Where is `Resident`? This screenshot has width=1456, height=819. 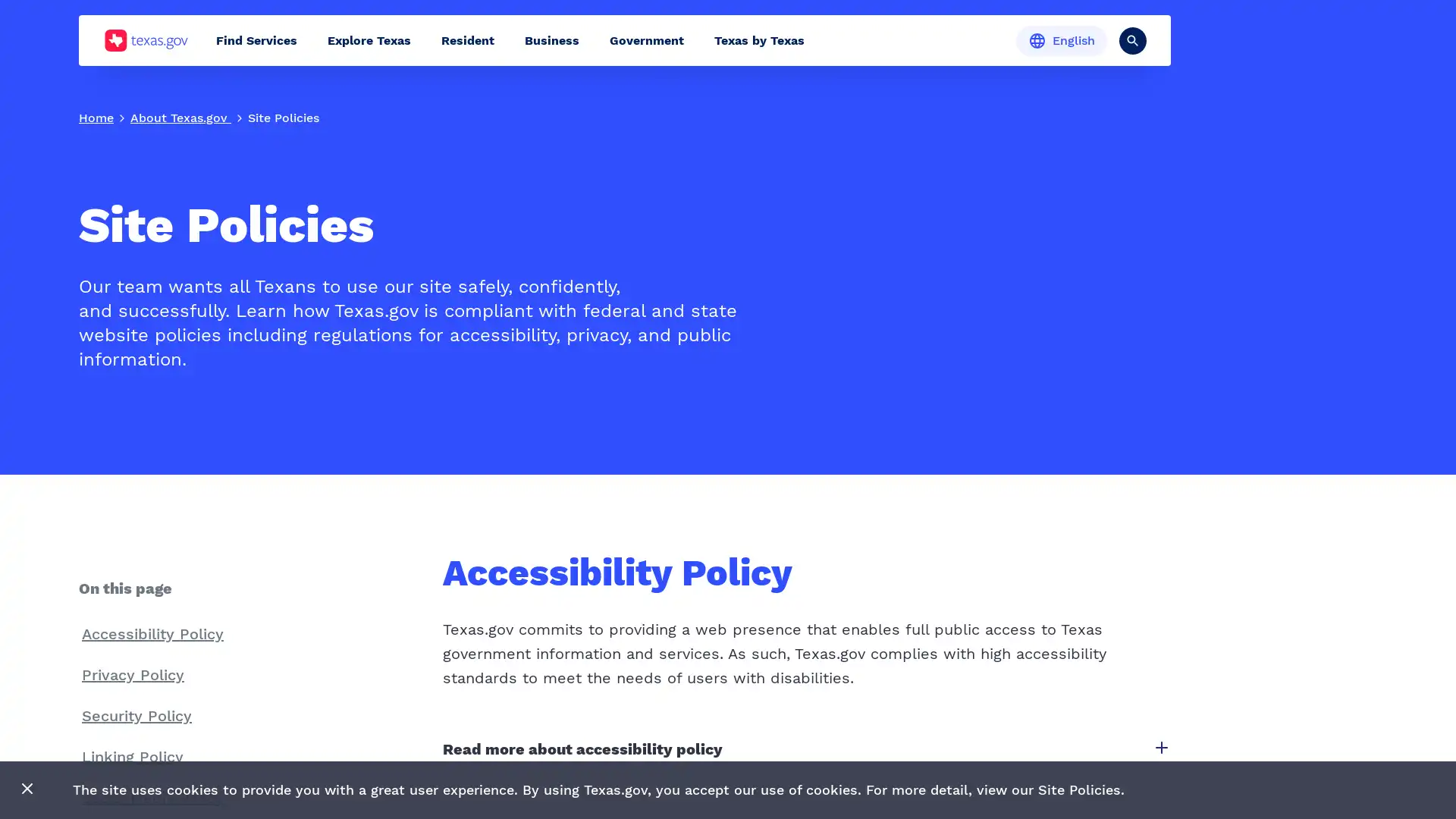
Resident is located at coordinates (467, 39).